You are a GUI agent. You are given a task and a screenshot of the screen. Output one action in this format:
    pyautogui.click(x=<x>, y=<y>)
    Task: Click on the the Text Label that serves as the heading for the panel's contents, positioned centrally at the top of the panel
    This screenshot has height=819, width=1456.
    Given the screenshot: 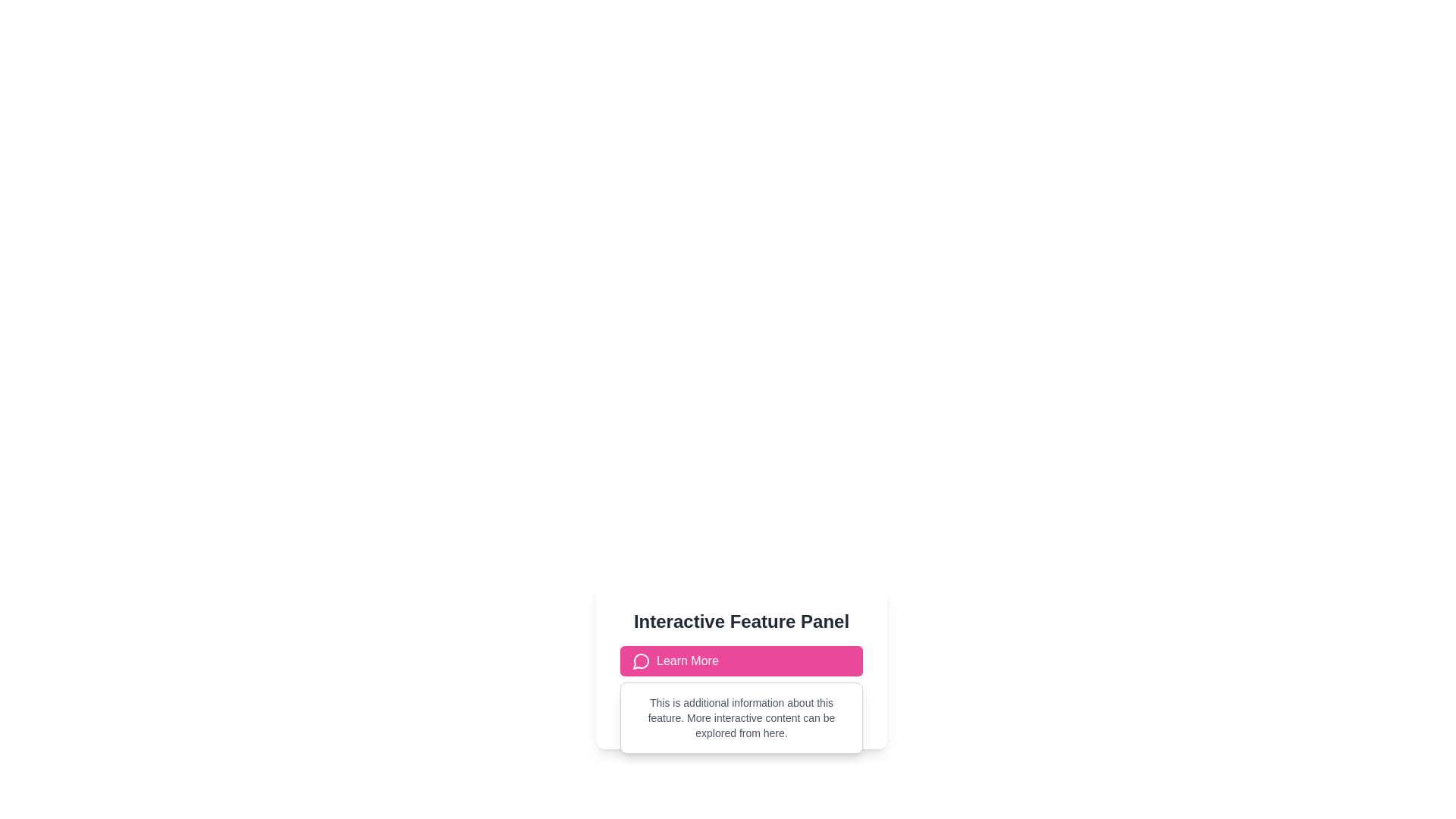 What is the action you would take?
    pyautogui.click(x=742, y=622)
    